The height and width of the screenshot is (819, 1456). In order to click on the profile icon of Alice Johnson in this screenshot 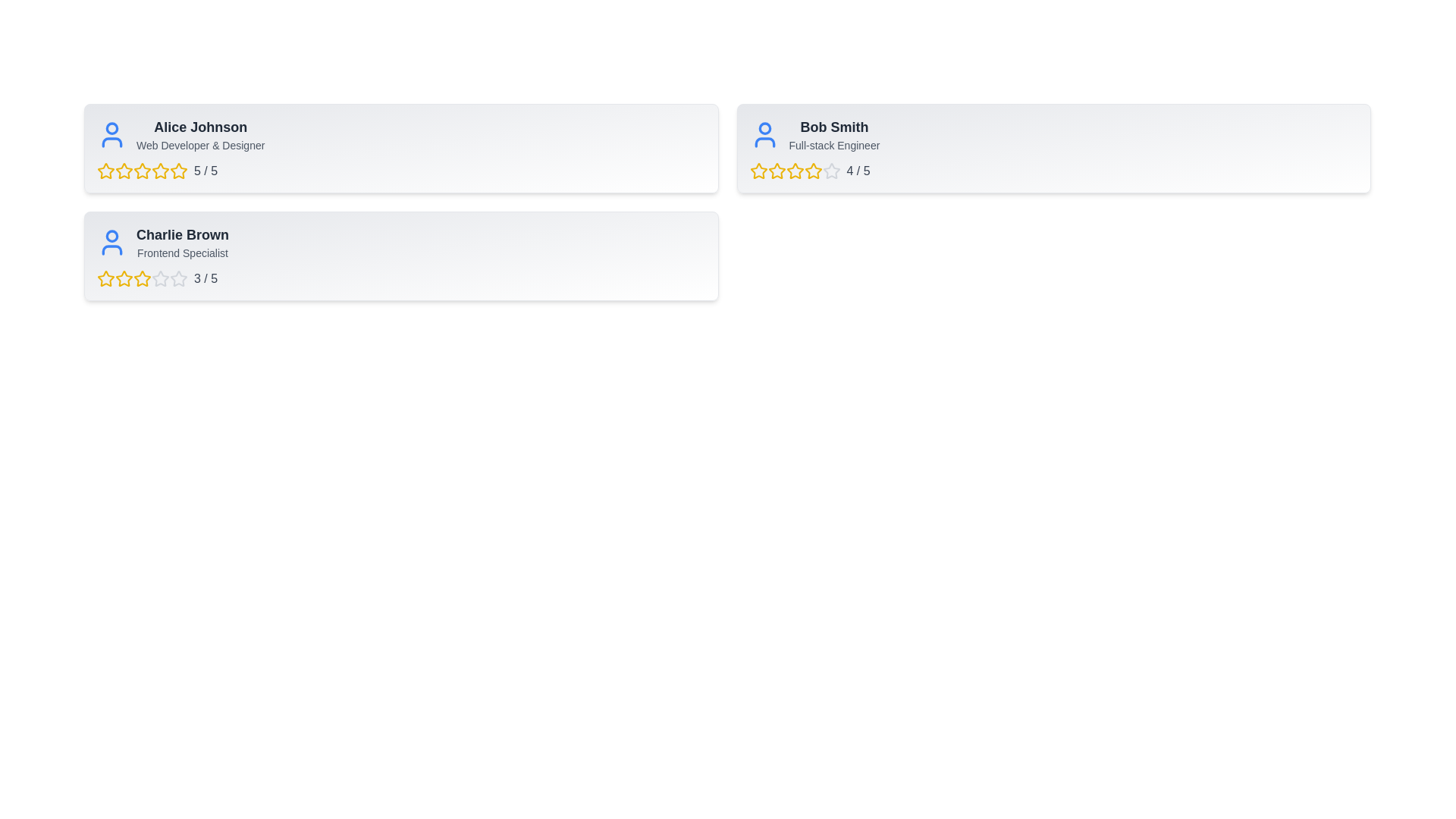, I will do `click(111, 133)`.